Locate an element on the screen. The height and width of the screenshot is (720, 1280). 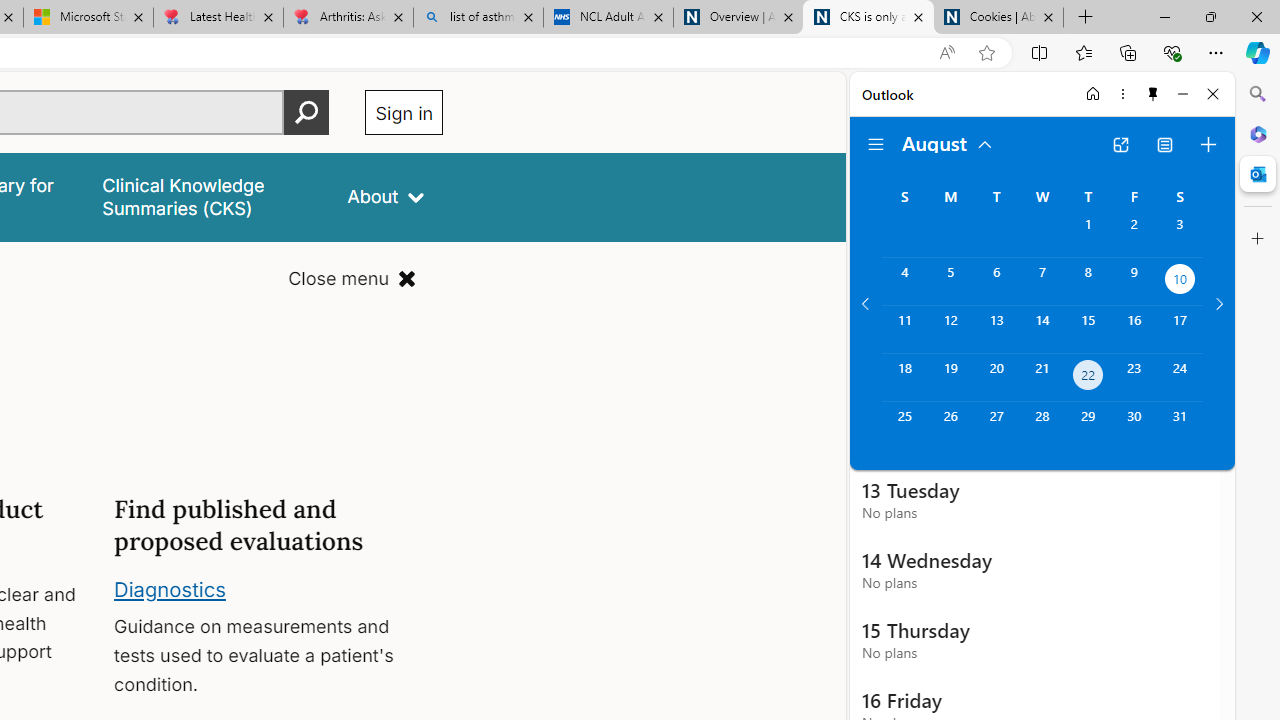
'Cookies | About | NICE' is located at coordinates (999, 17).